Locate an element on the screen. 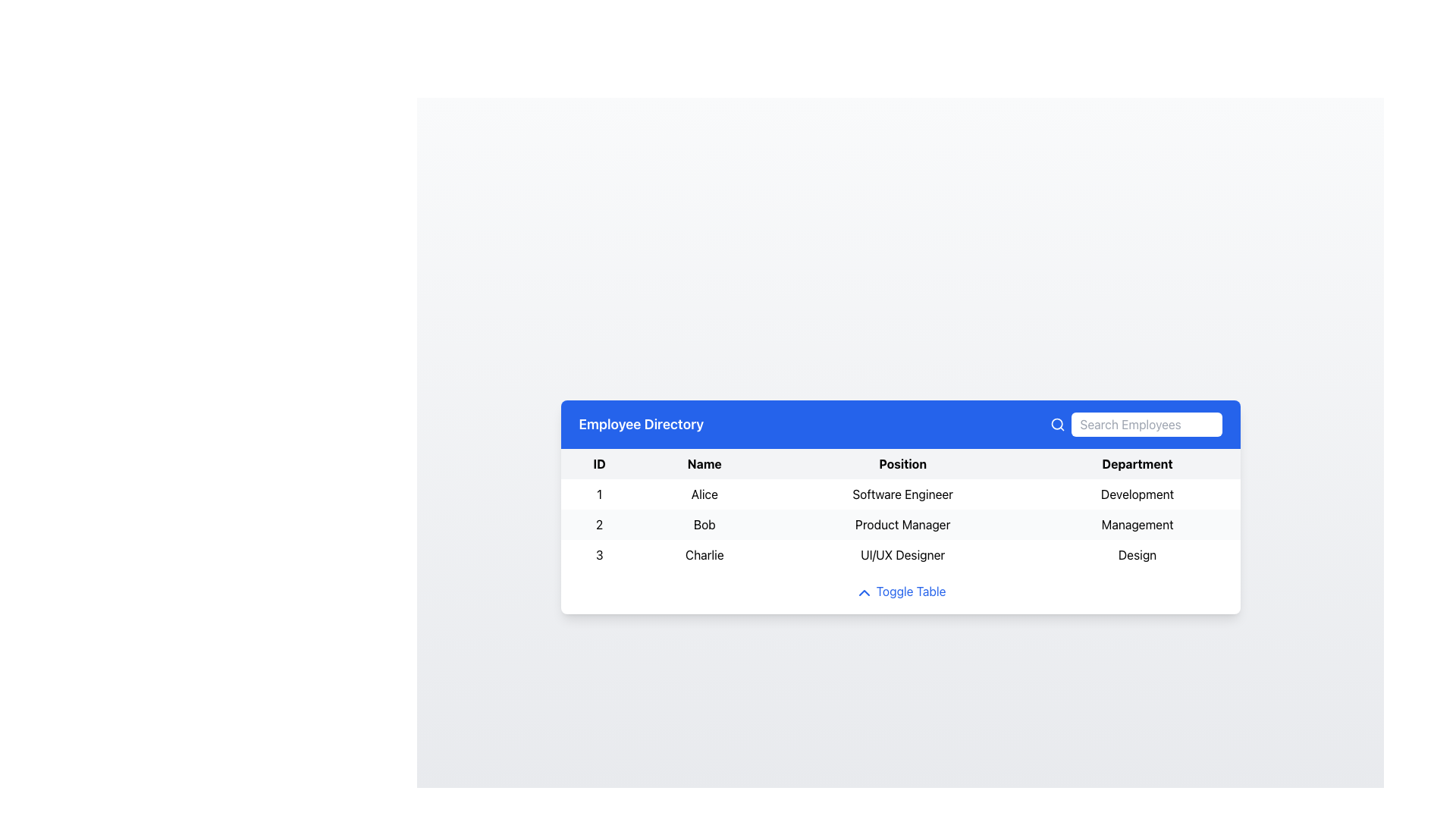 The image size is (1456, 819). the 'Position' text label in the header row of the table, which is written in bold black font against a white background, located between the 'Name' and 'Department' columns is located at coordinates (902, 463).